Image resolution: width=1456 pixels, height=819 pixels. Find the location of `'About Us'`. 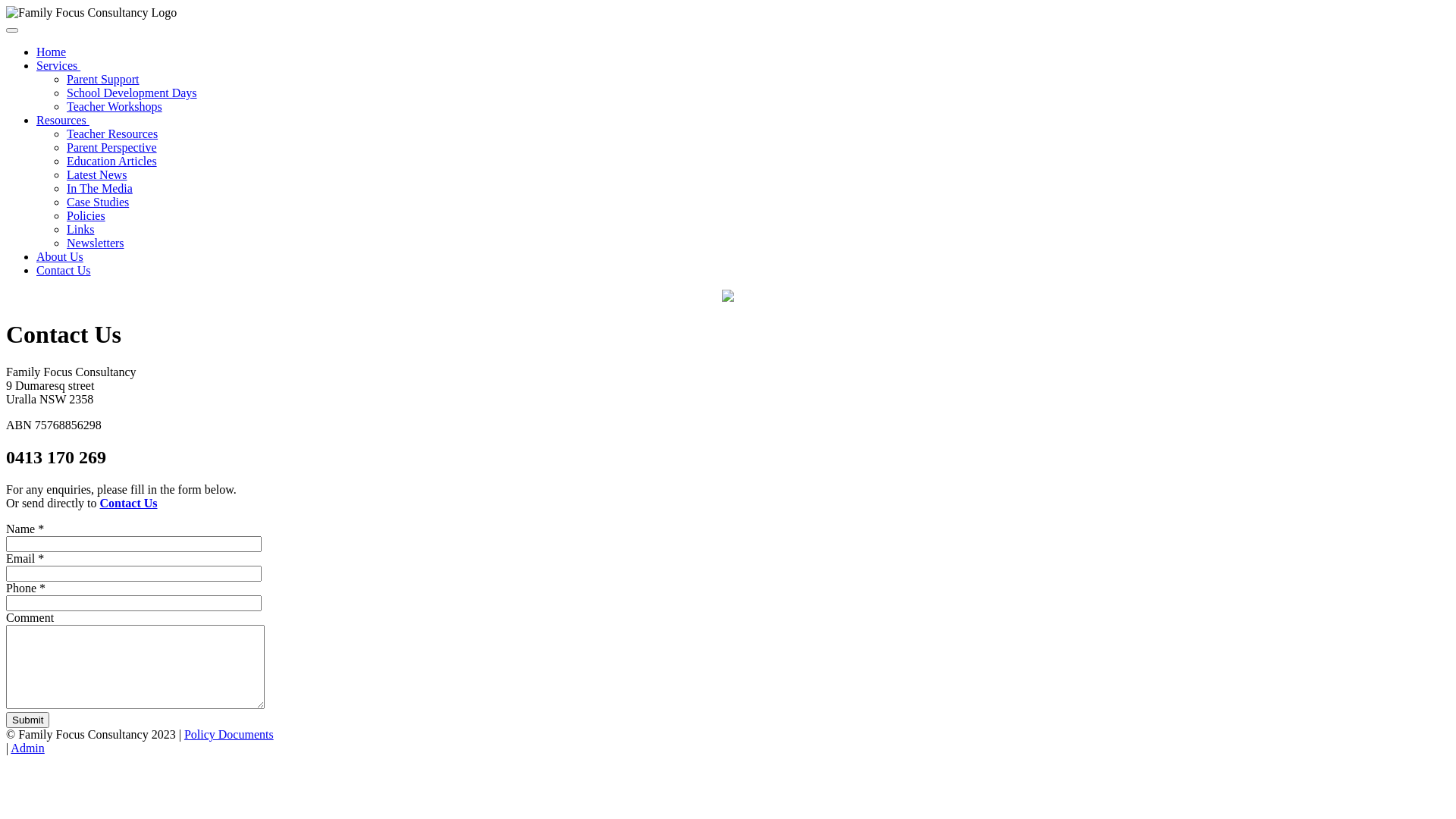

'About Us' is located at coordinates (36, 256).